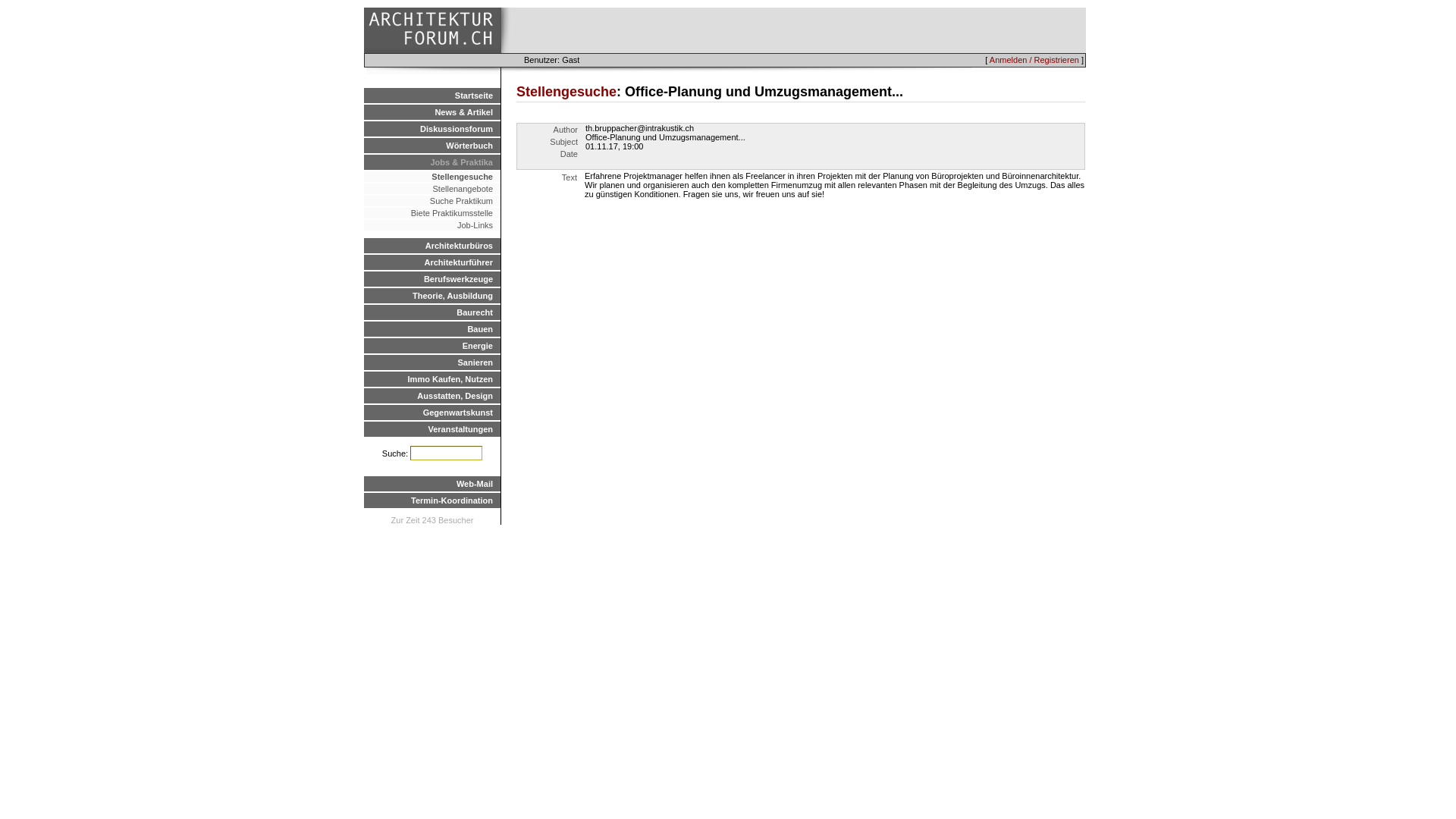  Describe the element at coordinates (431, 345) in the screenshot. I see `'Energie'` at that location.